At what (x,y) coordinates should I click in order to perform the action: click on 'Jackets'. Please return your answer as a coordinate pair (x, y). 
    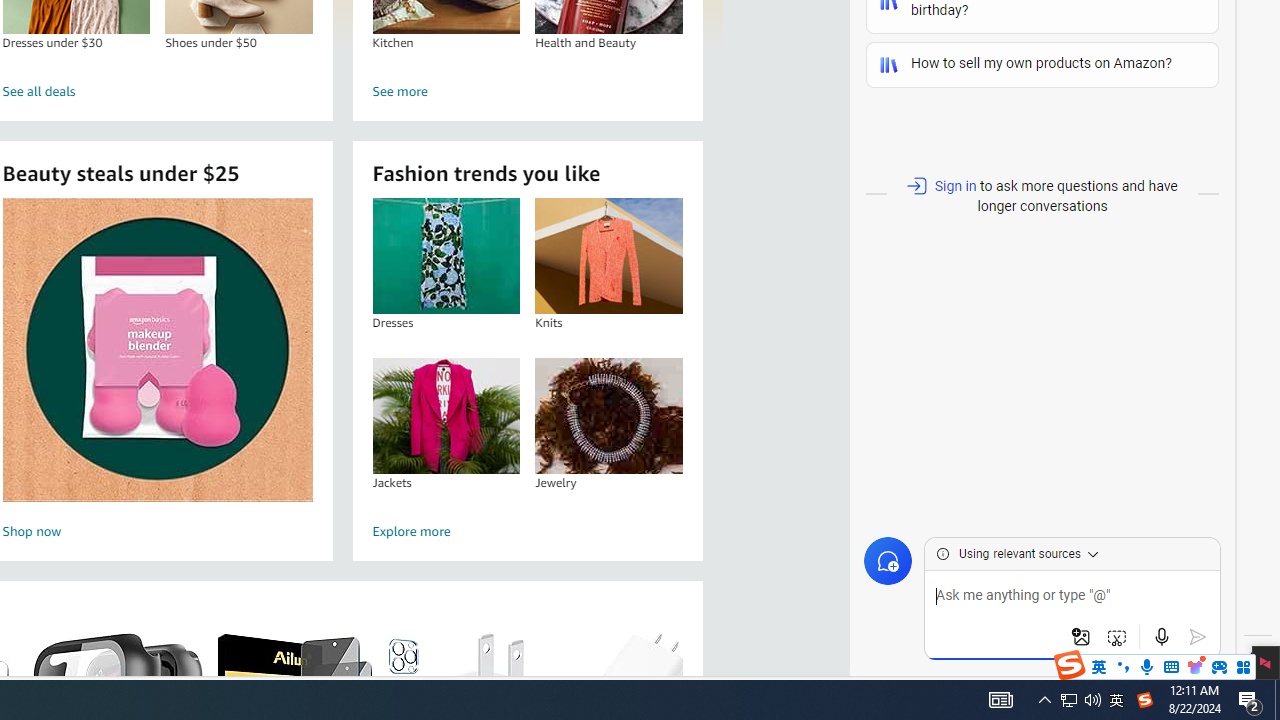
    Looking at the image, I should click on (445, 414).